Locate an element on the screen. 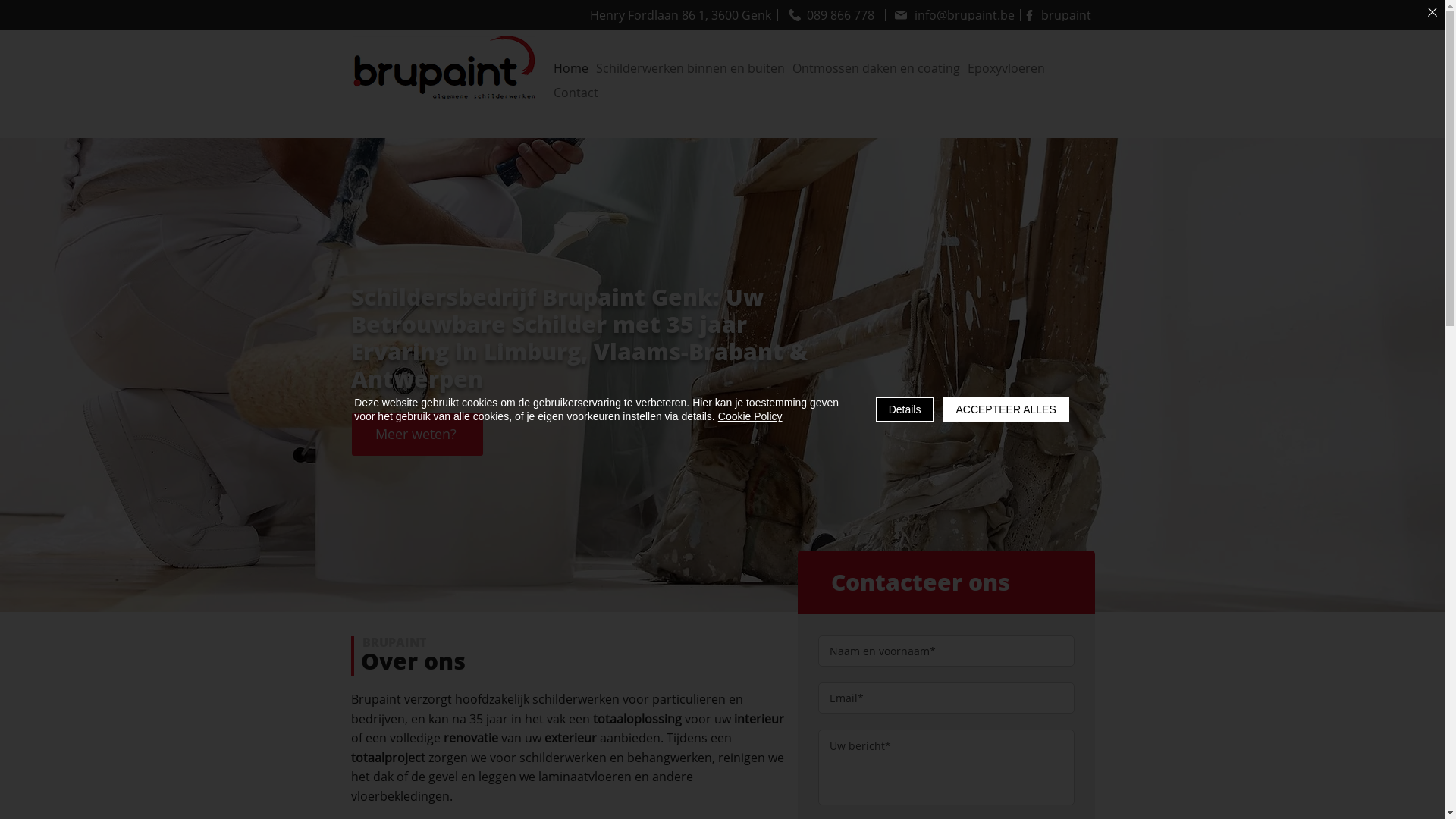  'Epoxyvloeren' is located at coordinates (1006, 67).